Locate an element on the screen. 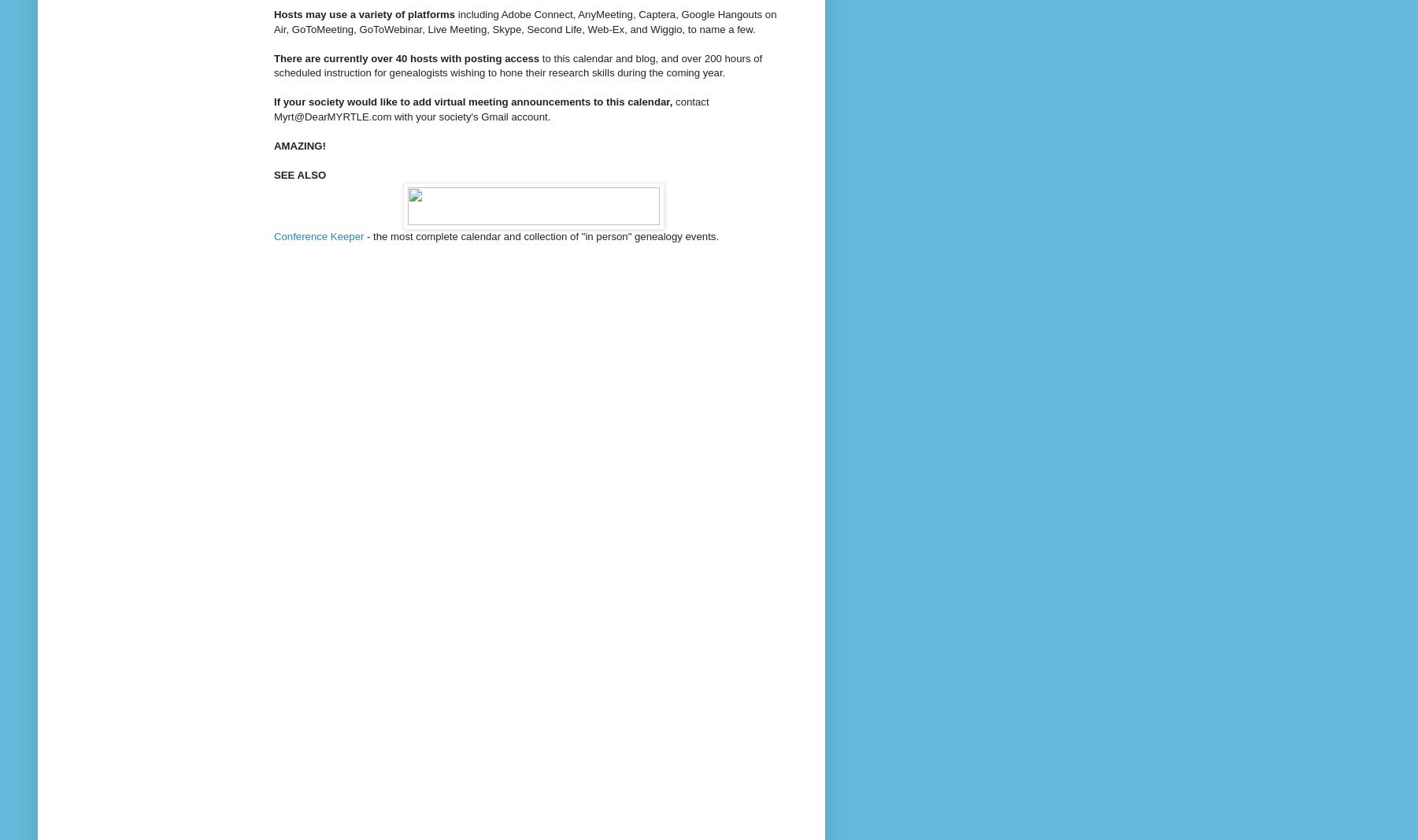  'contact Myrt@DearMYRTLE' is located at coordinates (491, 108).